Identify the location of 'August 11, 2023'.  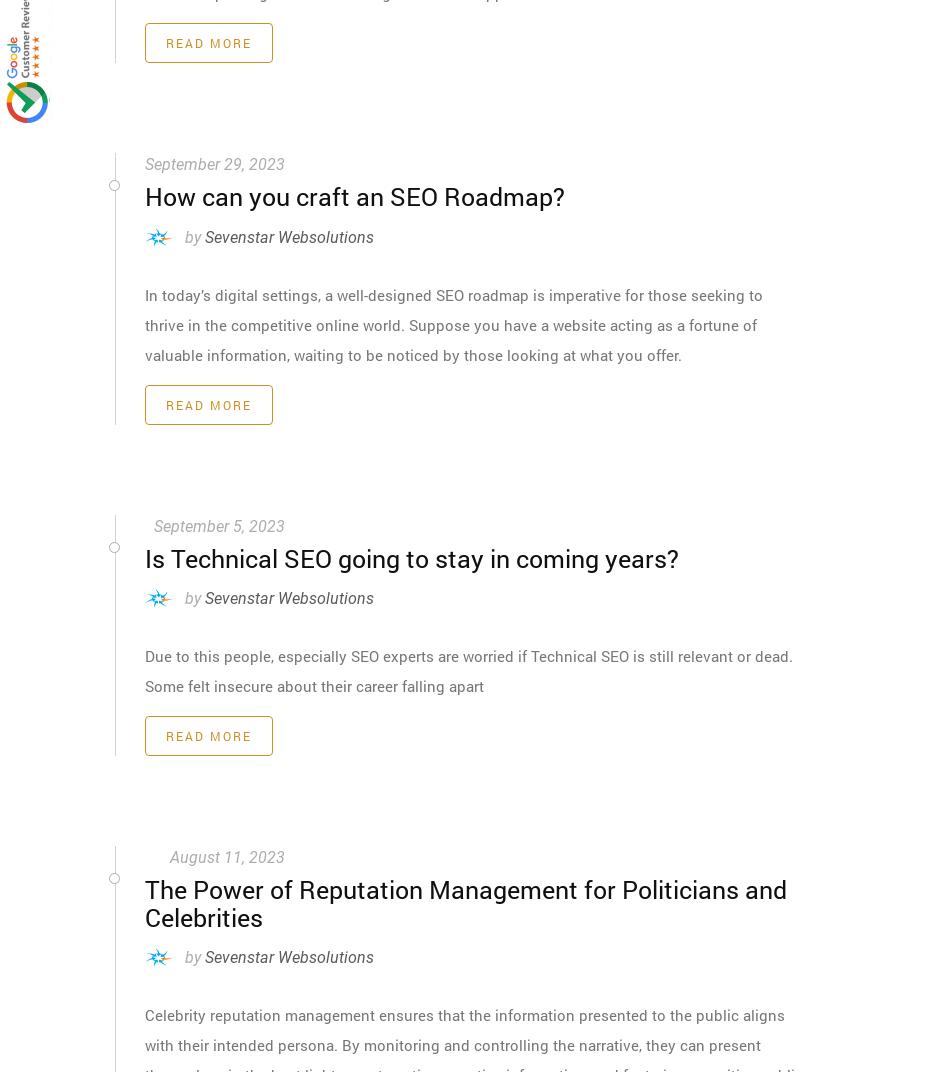
(227, 856).